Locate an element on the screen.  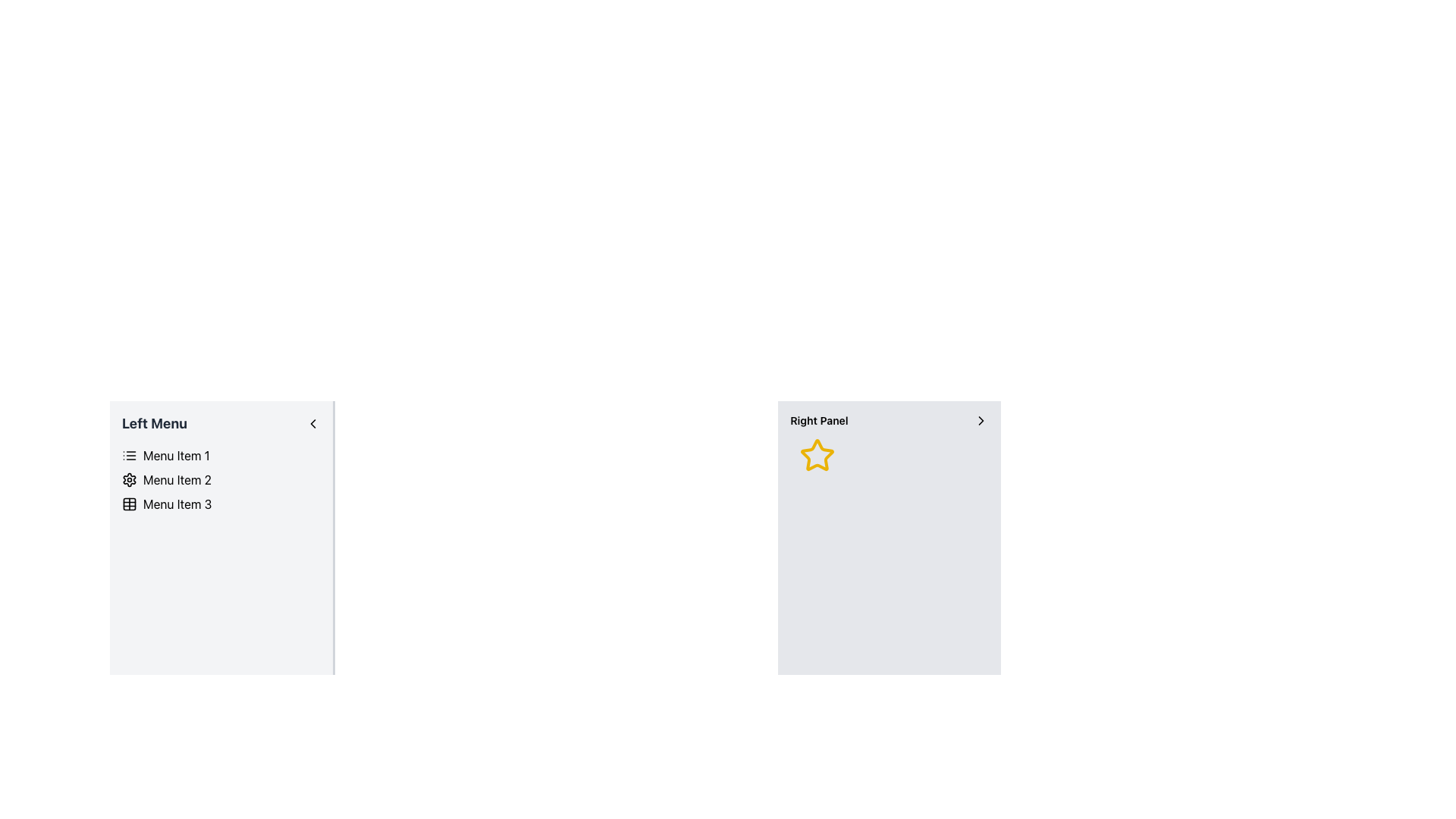
the icon representing the table or grid function located to the left of 'Menu Item 3' in the Left Menu section is located at coordinates (130, 504).